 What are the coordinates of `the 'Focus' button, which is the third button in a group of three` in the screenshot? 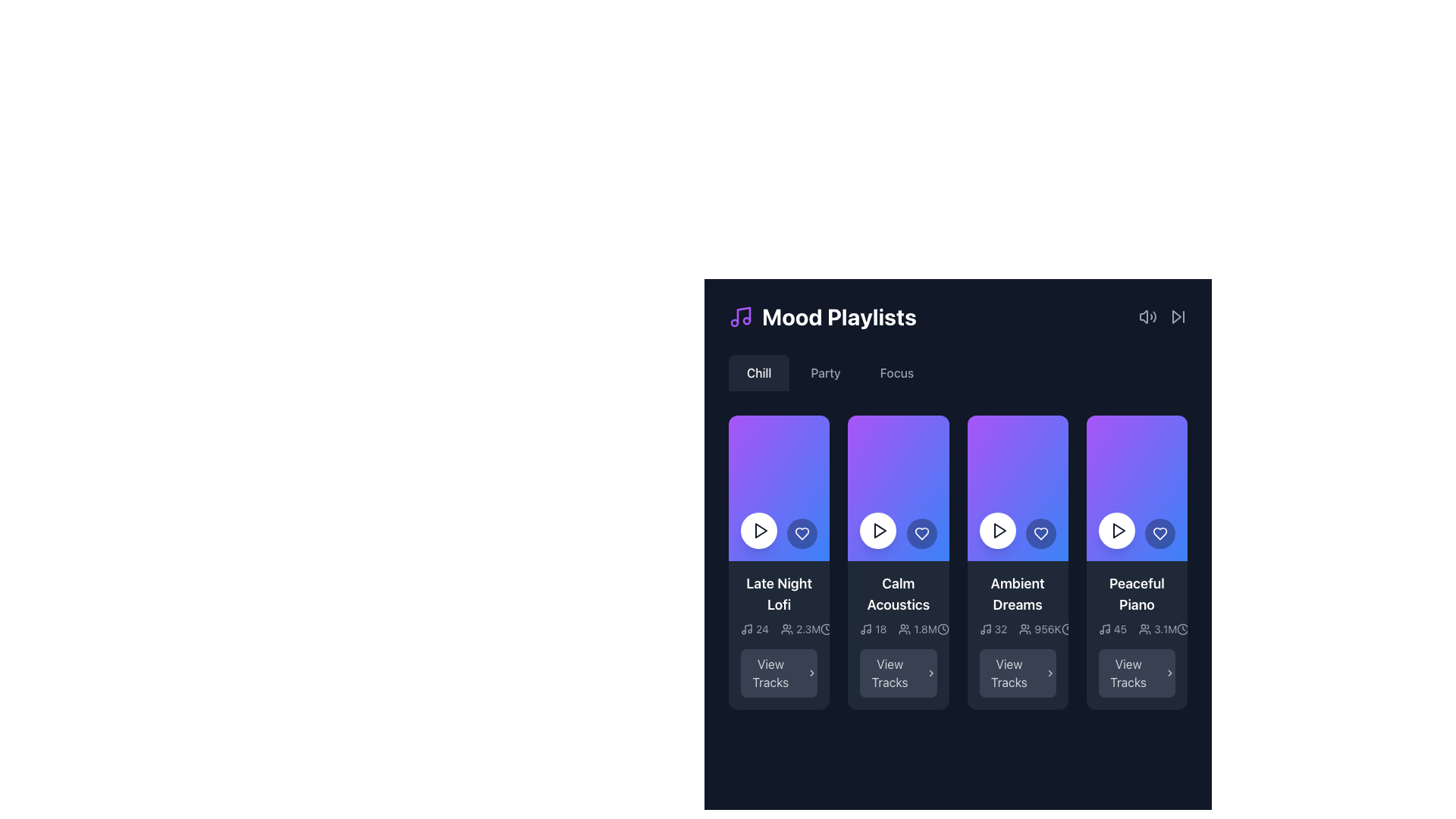 It's located at (896, 373).